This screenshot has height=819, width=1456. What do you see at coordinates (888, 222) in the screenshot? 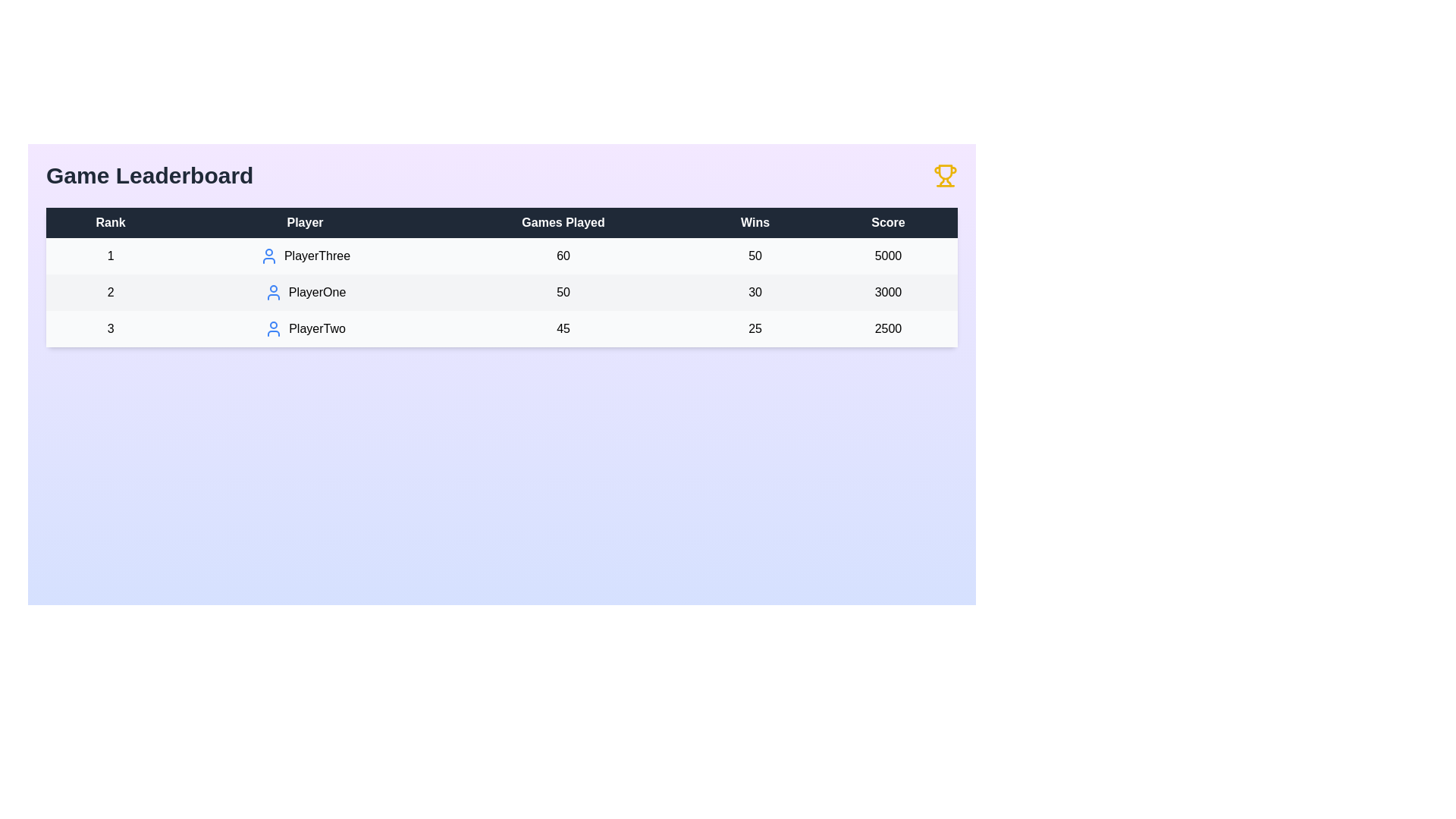
I see `the 'Score' column header label located at the far right of the header row in the table, which provides context for the scores below` at bounding box center [888, 222].